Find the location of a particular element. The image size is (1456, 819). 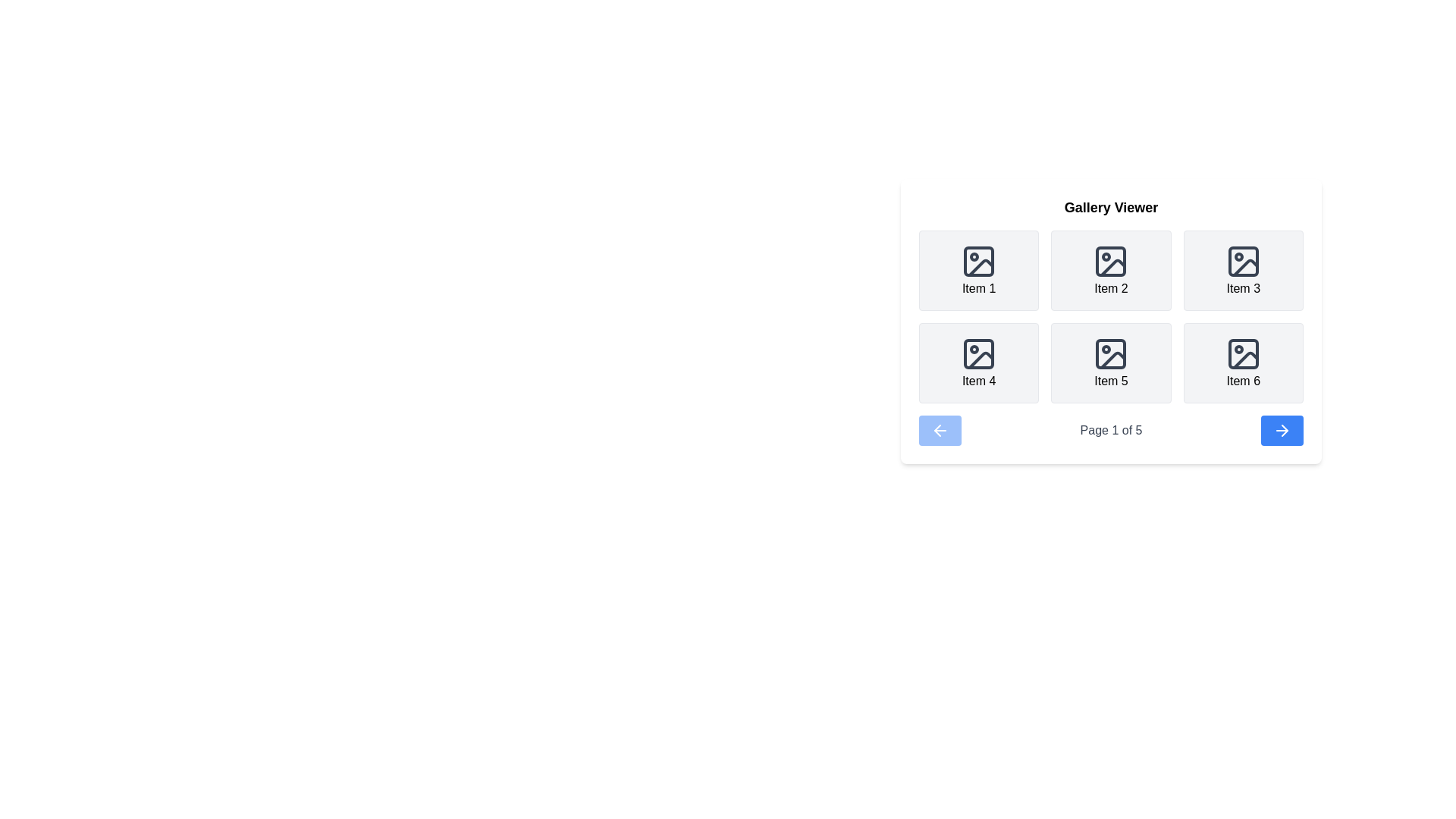

the Gallery item tile with a light gray background, rounded corners, a picture icon in the center, and labeled 'Item 3' beneath it is located at coordinates (1243, 270).